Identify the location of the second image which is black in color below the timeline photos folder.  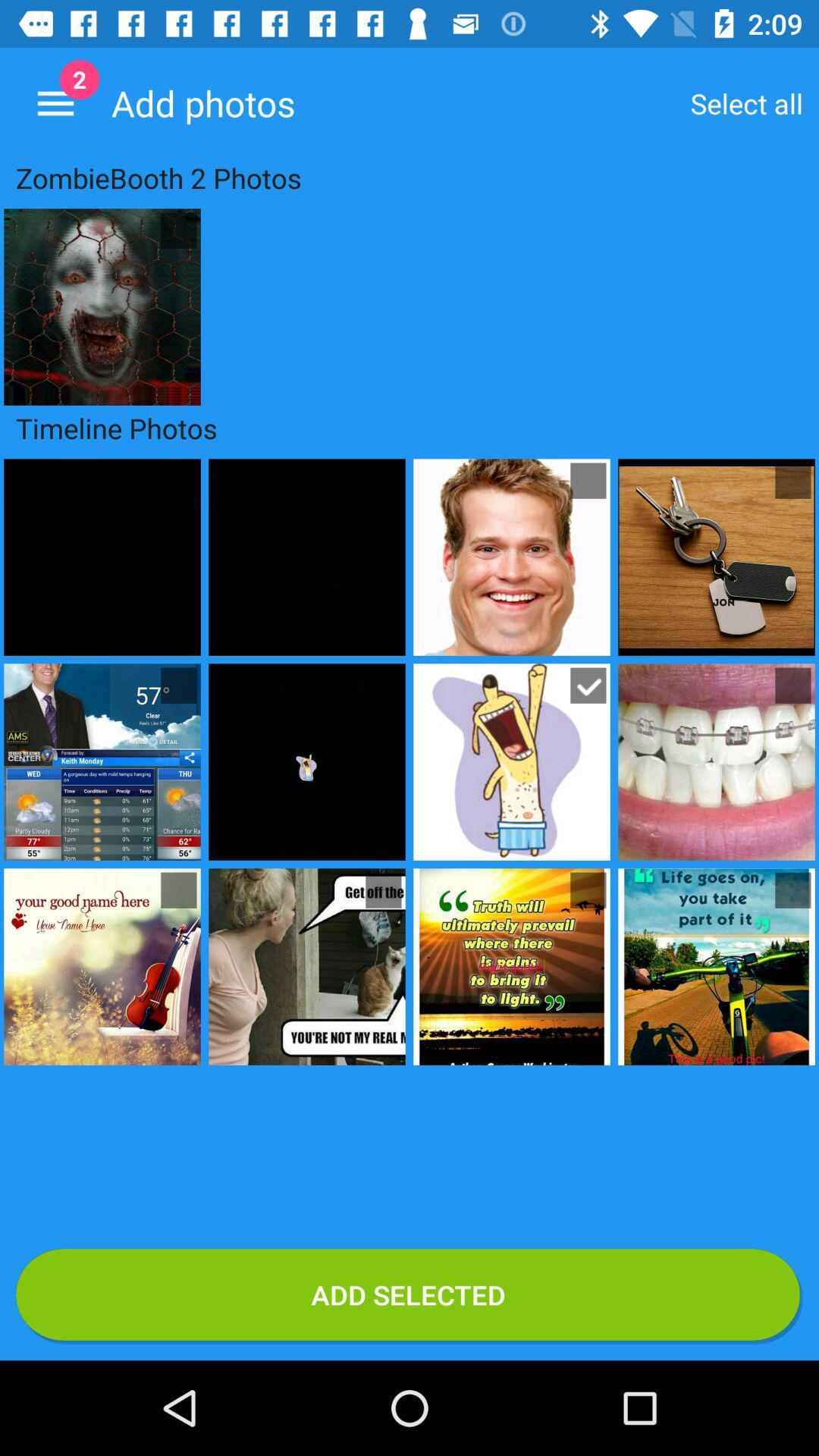
(307, 556).